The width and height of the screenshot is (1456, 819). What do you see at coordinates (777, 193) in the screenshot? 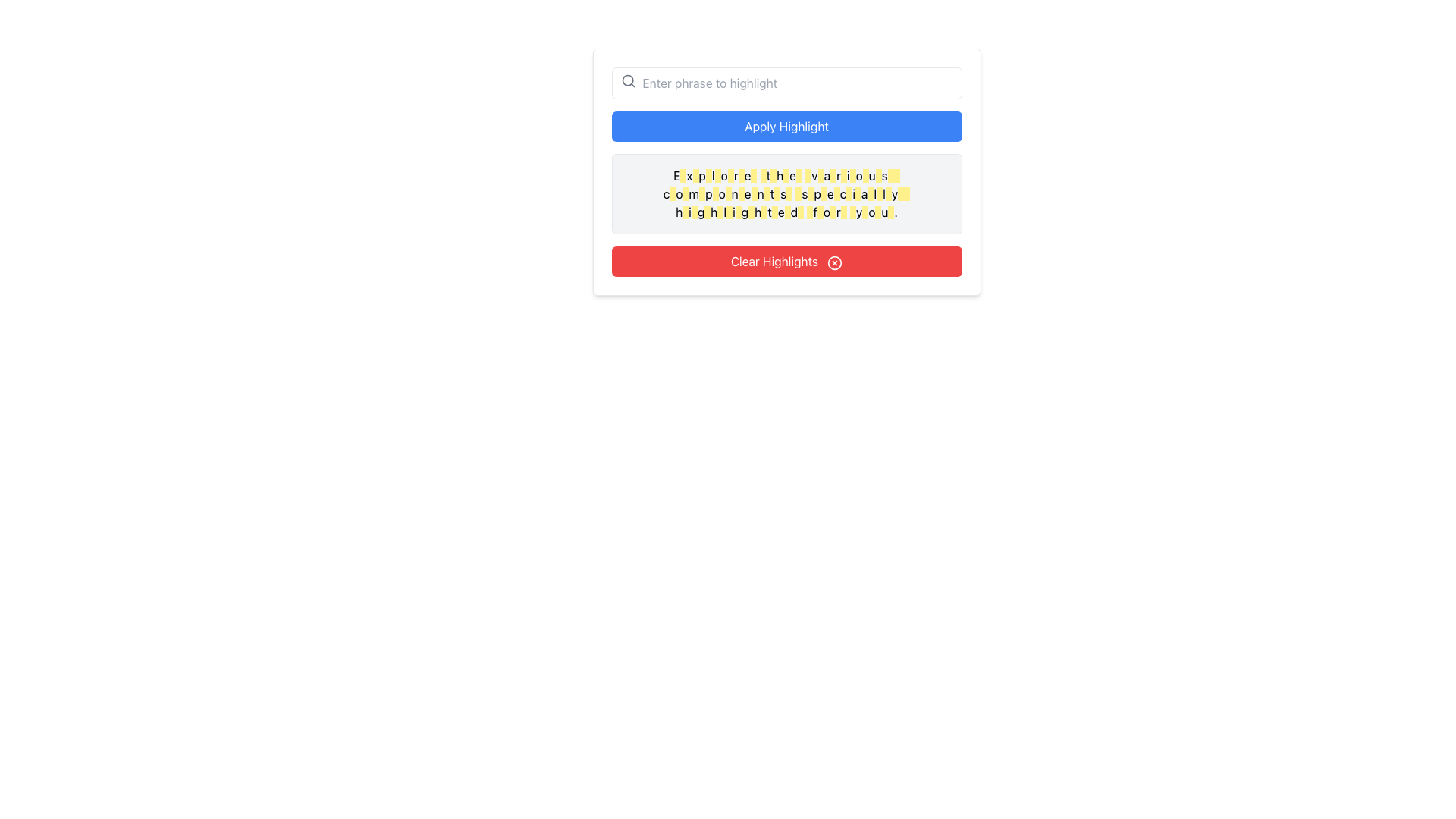
I see `the visual indicator (highlight box) that emphasizes the character 's' in the bottom row of the text` at bounding box center [777, 193].